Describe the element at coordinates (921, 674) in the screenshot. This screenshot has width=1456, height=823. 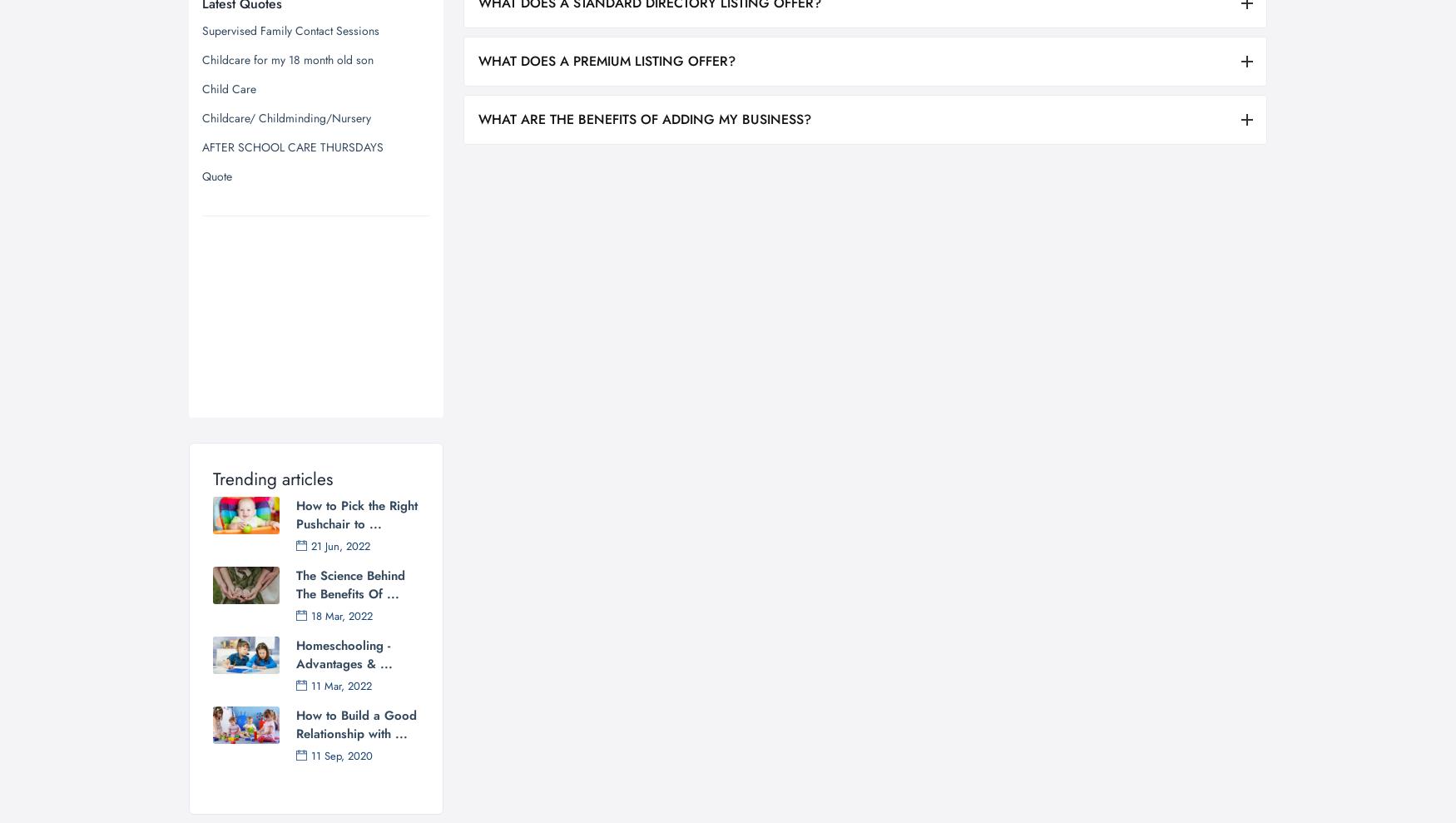
I see `'FAQ'` at that location.